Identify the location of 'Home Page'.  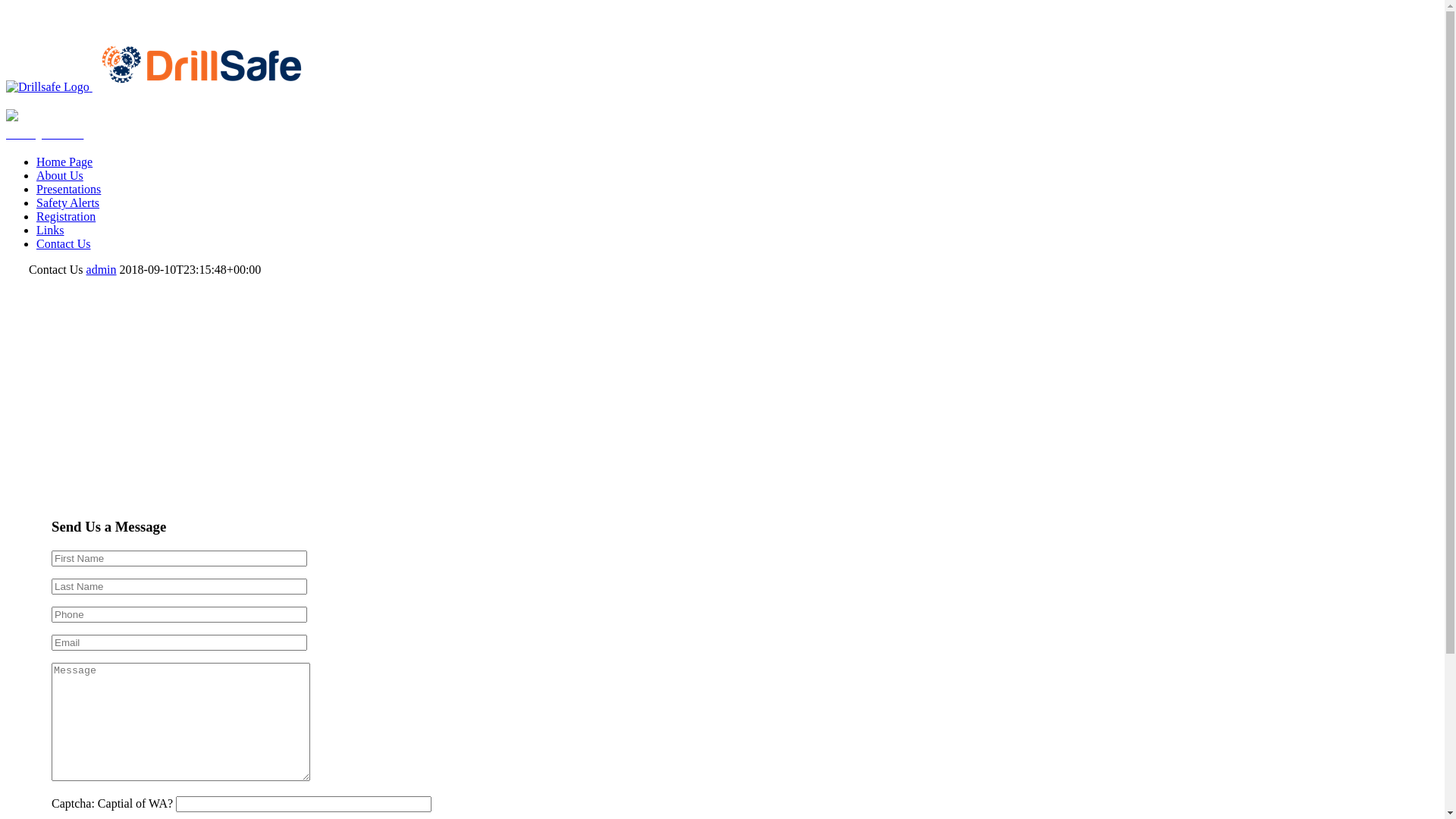
(64, 162).